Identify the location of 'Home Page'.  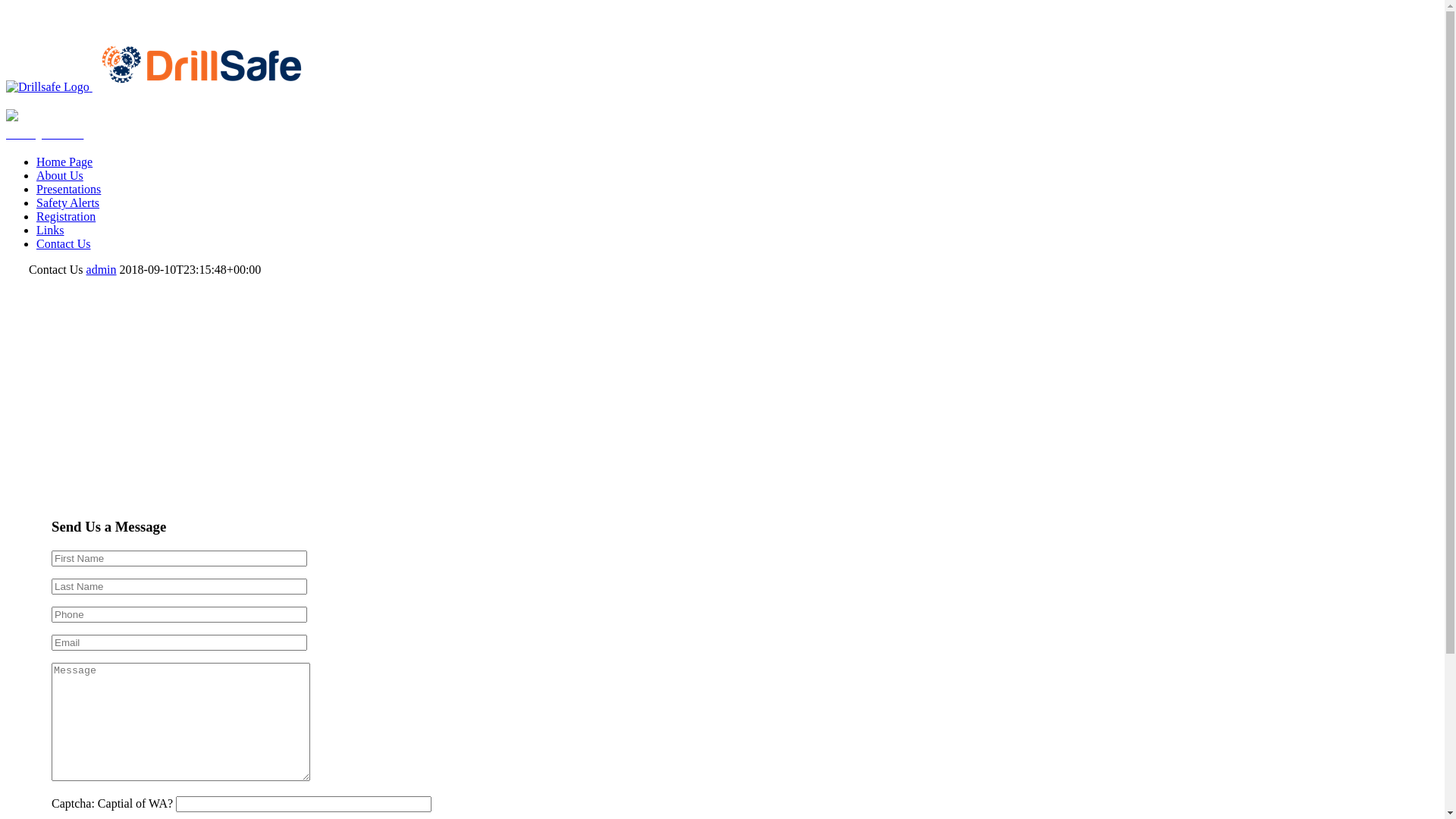
(64, 162).